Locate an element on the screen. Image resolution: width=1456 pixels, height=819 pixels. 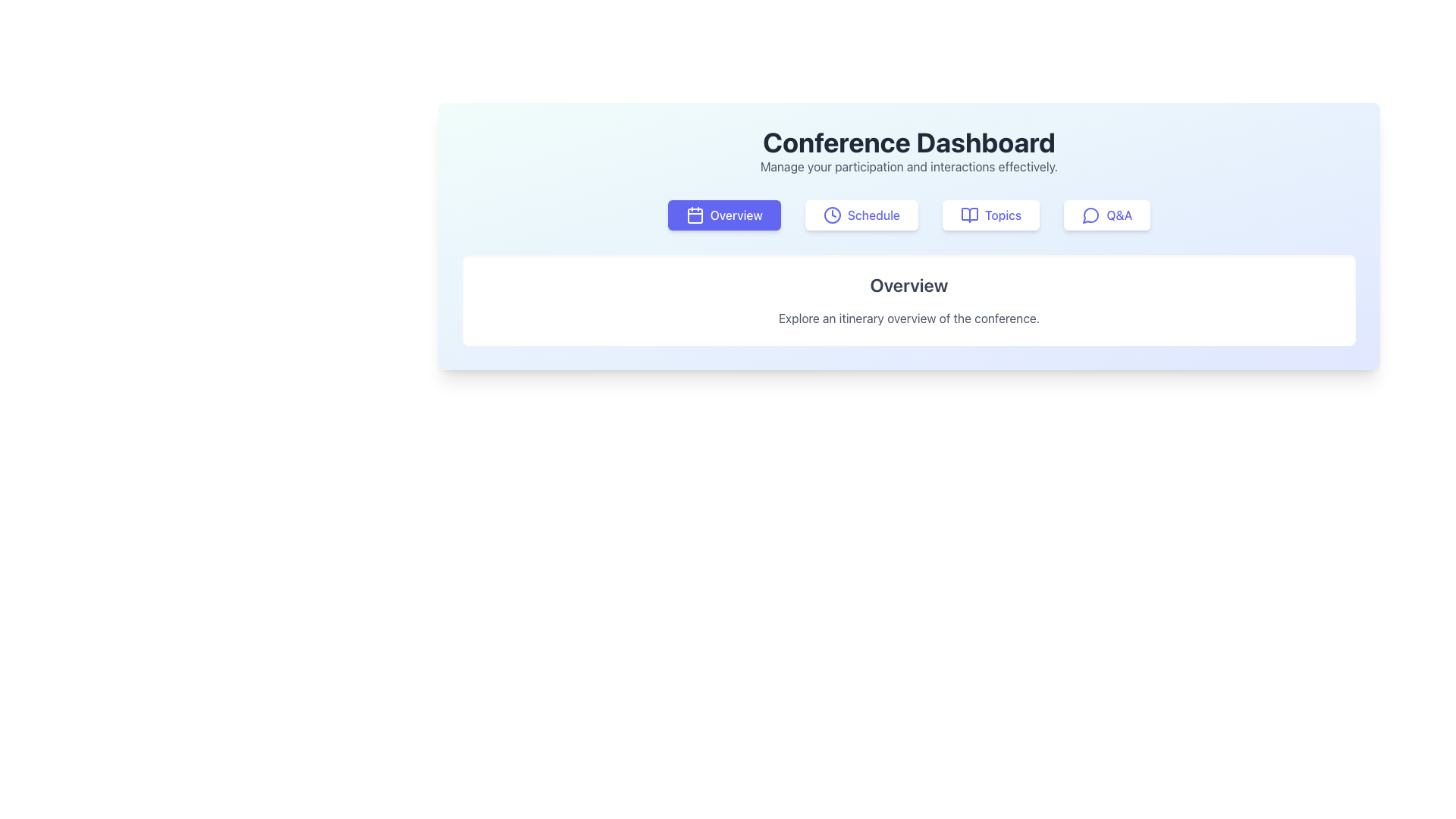
text content of the 'Topics' label located within the navigation button, which is the third button from the left in the horizontal navigation bar is located at coordinates (1003, 215).